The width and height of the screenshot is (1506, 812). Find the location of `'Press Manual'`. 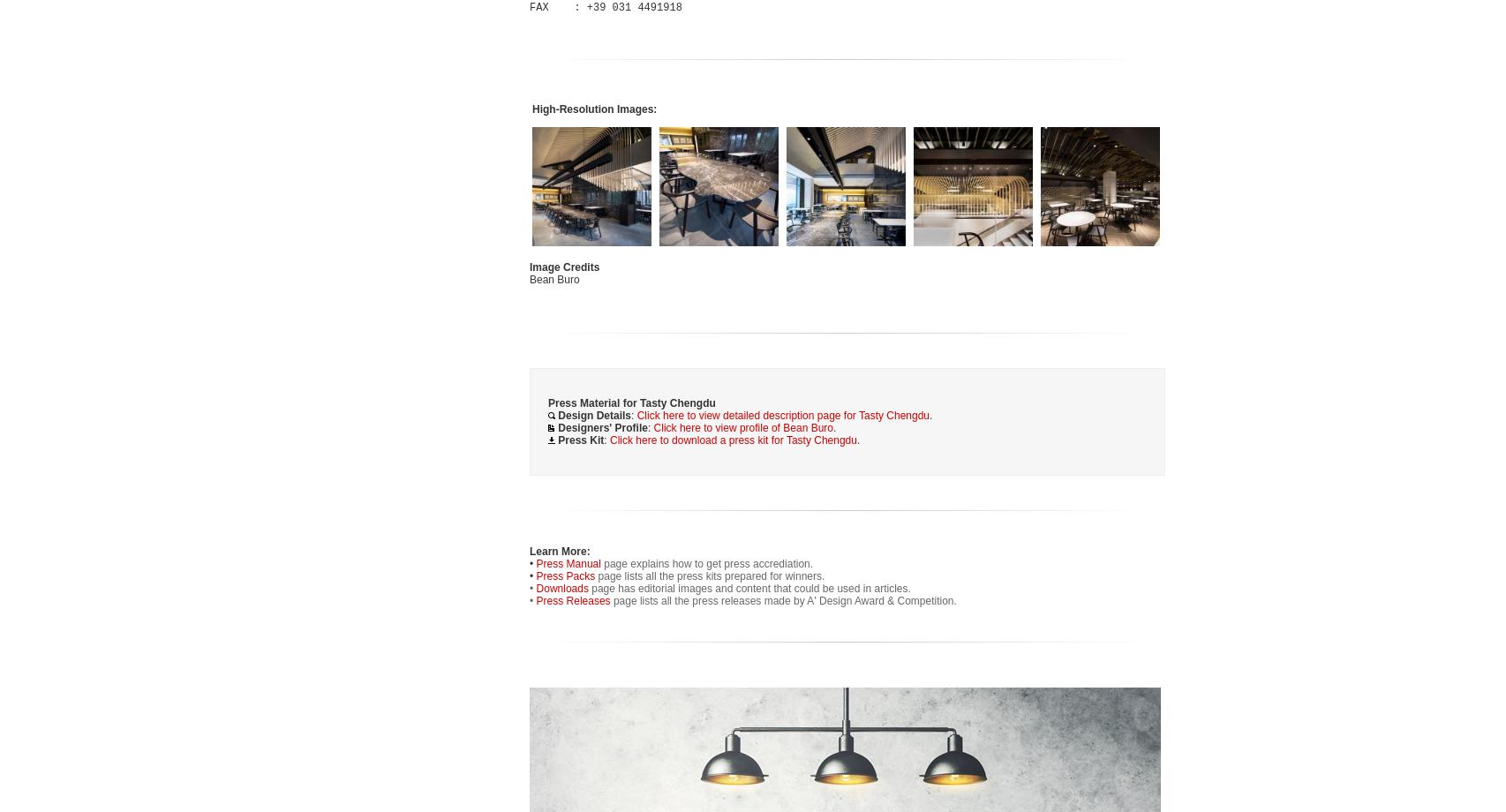

'Press Manual' is located at coordinates (569, 563).